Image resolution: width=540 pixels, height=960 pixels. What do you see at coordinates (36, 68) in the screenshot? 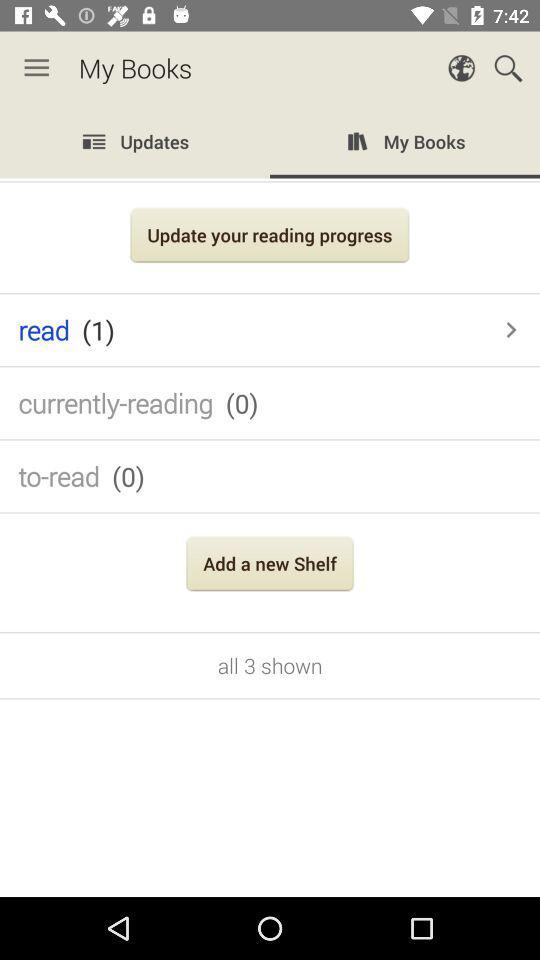
I see `icon next to my books` at bounding box center [36, 68].